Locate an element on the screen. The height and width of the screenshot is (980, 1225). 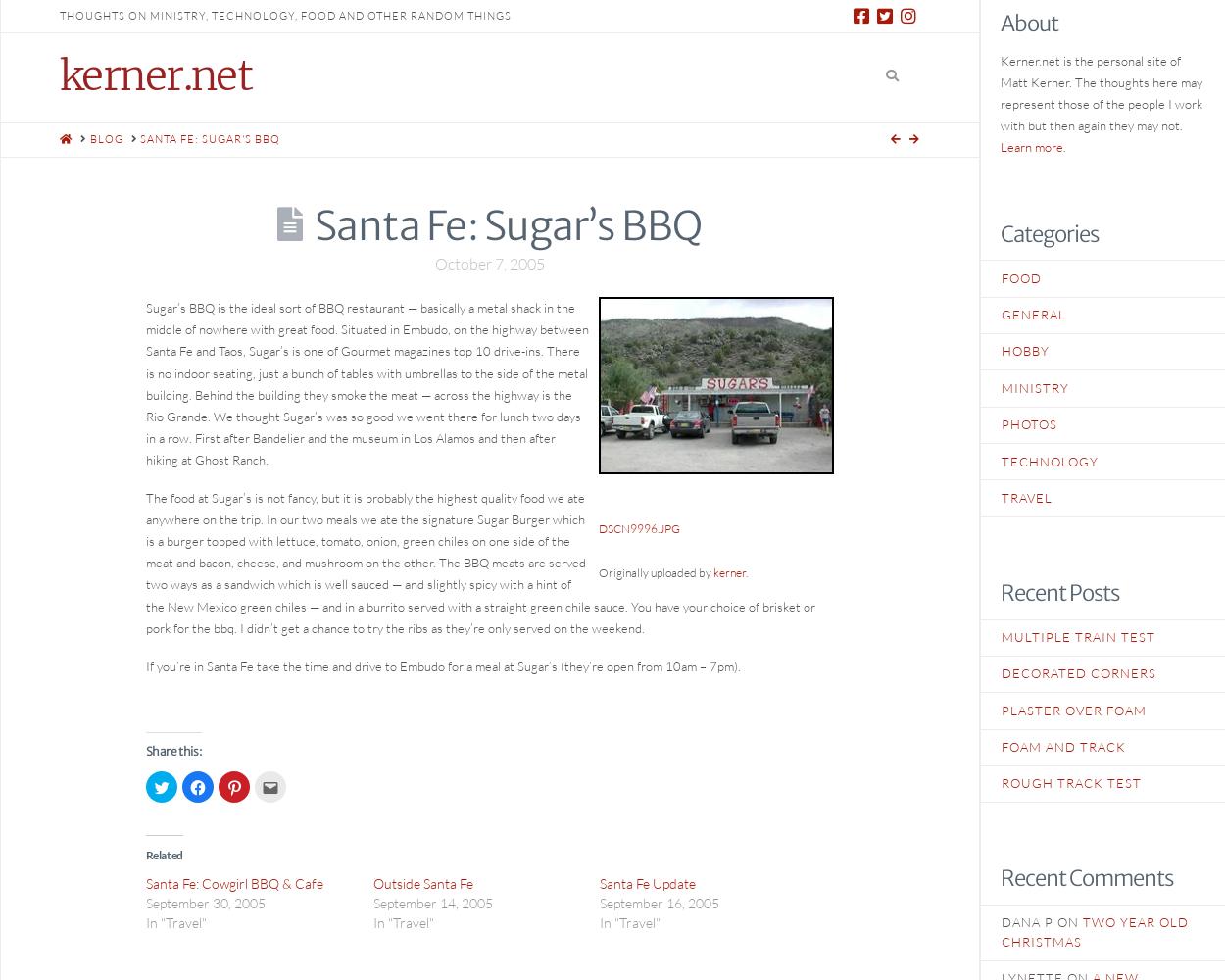
'thoughts on ministry, technology, food and other random things' is located at coordinates (284, 16).